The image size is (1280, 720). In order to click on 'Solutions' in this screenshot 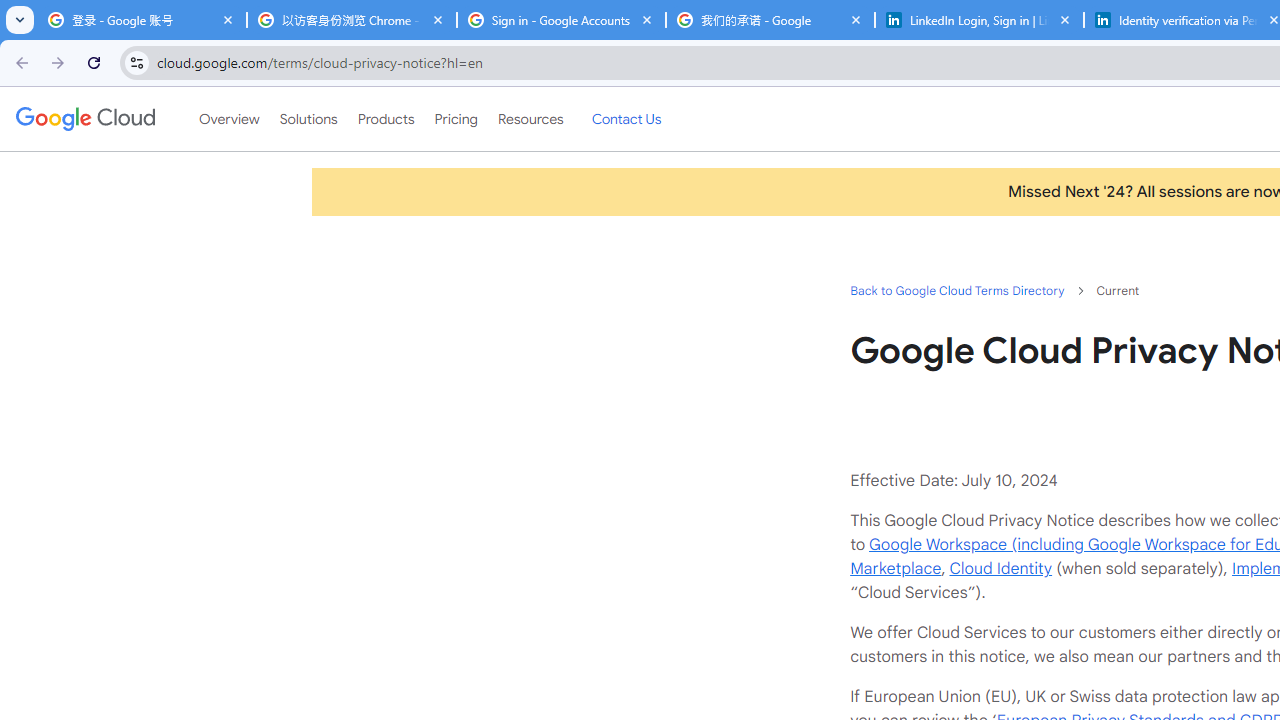, I will do `click(307, 119)`.